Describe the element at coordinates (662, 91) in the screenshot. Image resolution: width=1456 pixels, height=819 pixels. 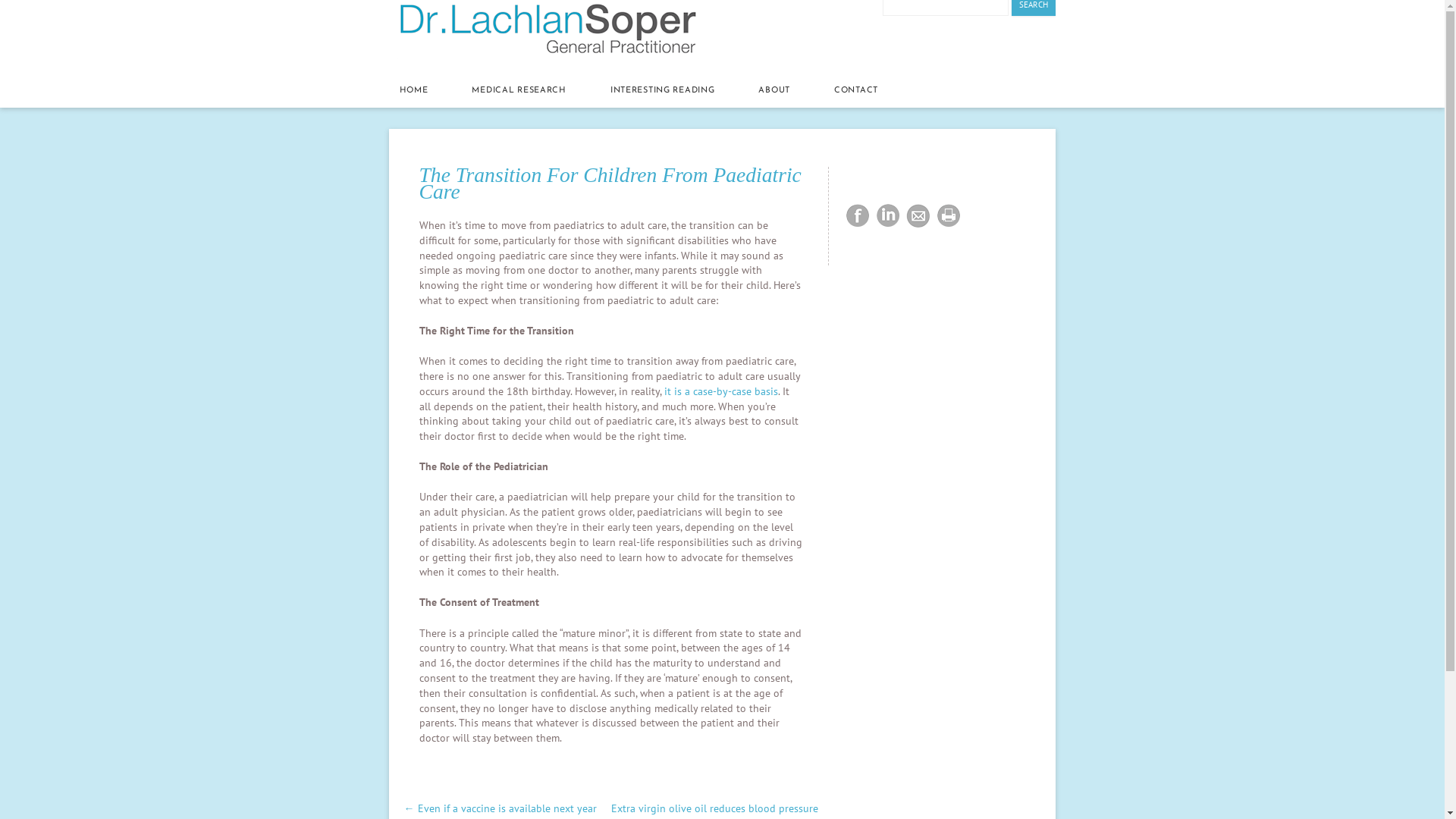
I see `'INTERESTING READING'` at that location.